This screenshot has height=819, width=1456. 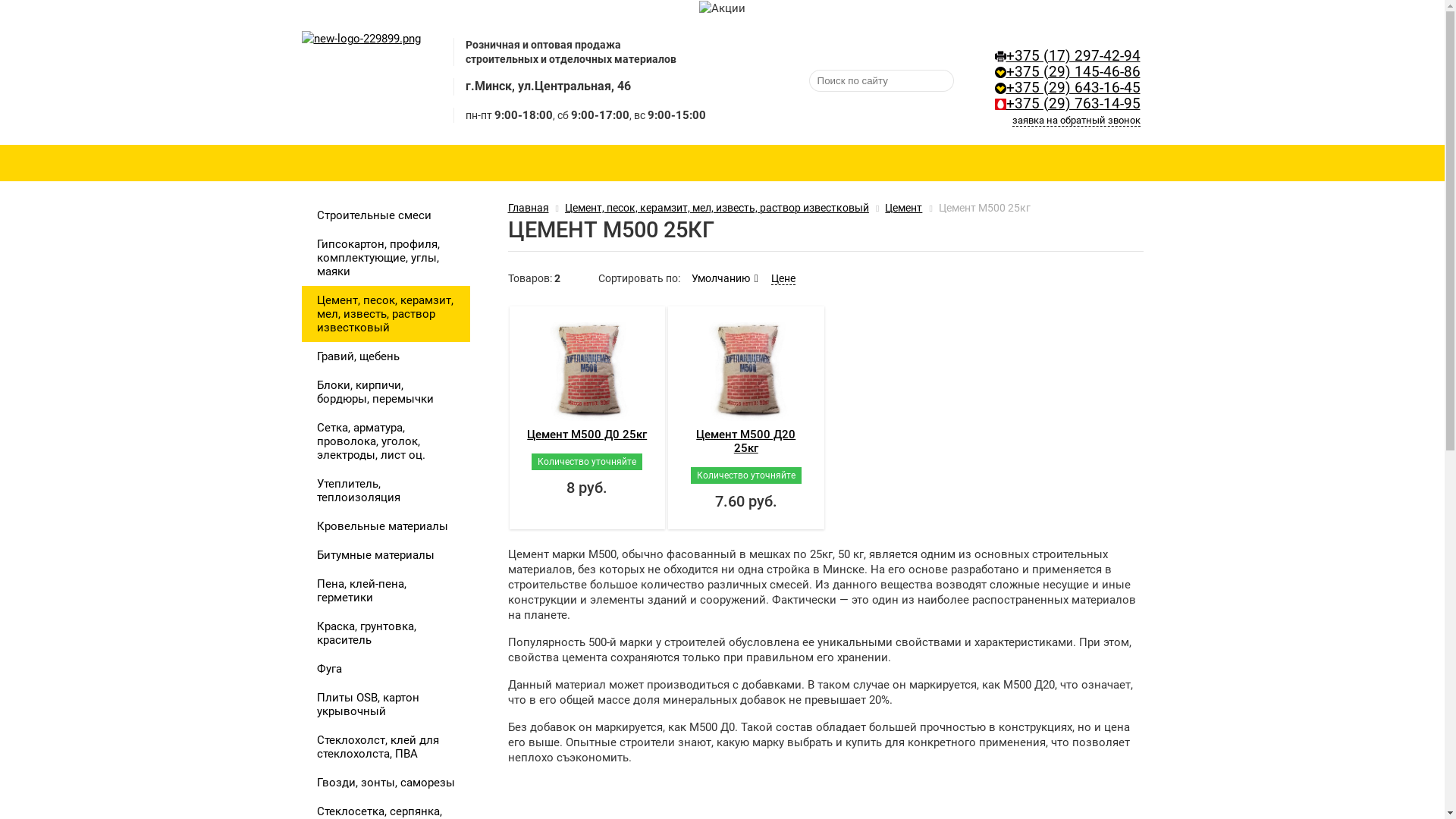 I want to click on 'tel', so click(x=1000, y=55).